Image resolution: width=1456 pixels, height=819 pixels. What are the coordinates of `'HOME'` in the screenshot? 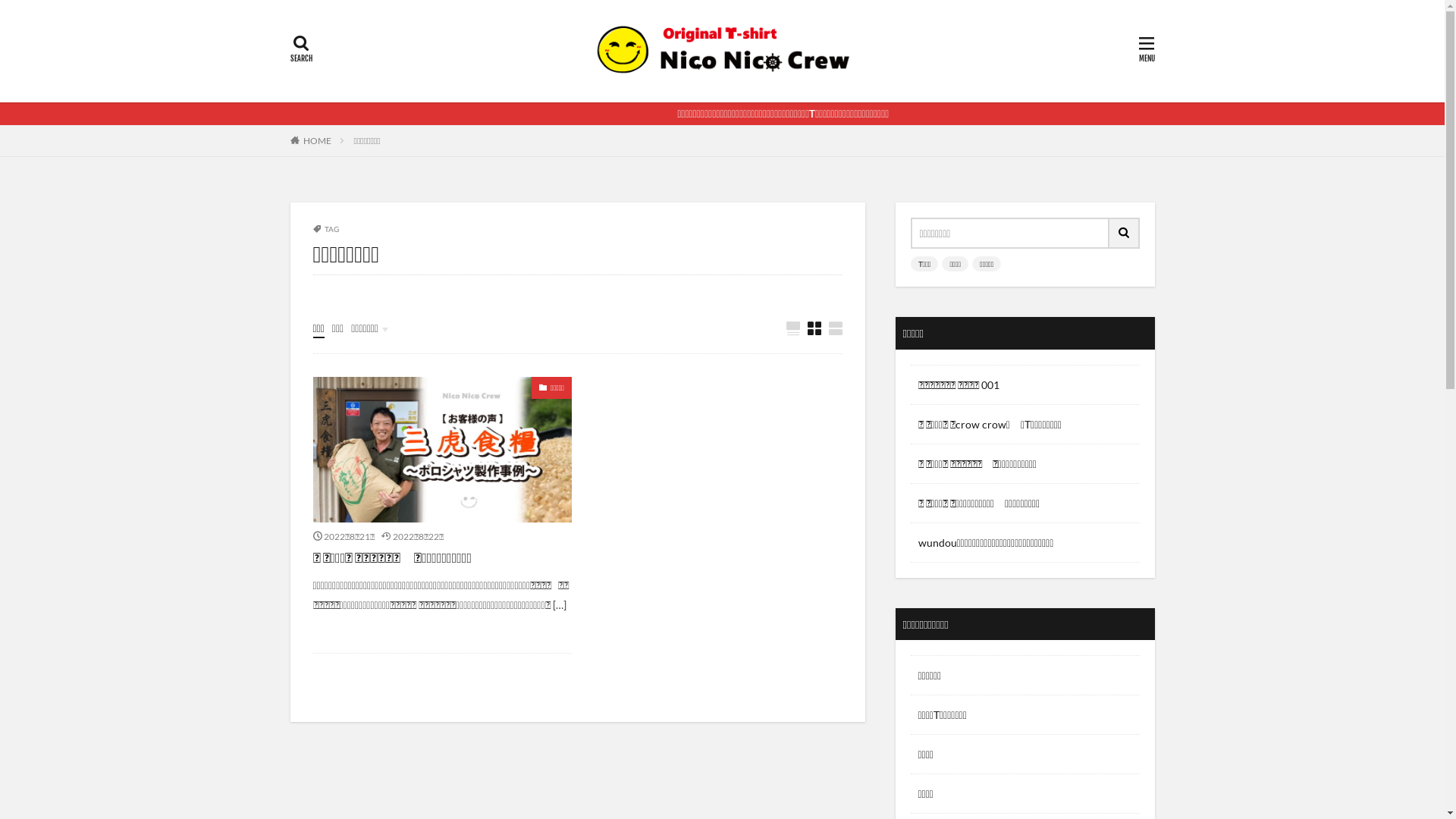 It's located at (303, 140).